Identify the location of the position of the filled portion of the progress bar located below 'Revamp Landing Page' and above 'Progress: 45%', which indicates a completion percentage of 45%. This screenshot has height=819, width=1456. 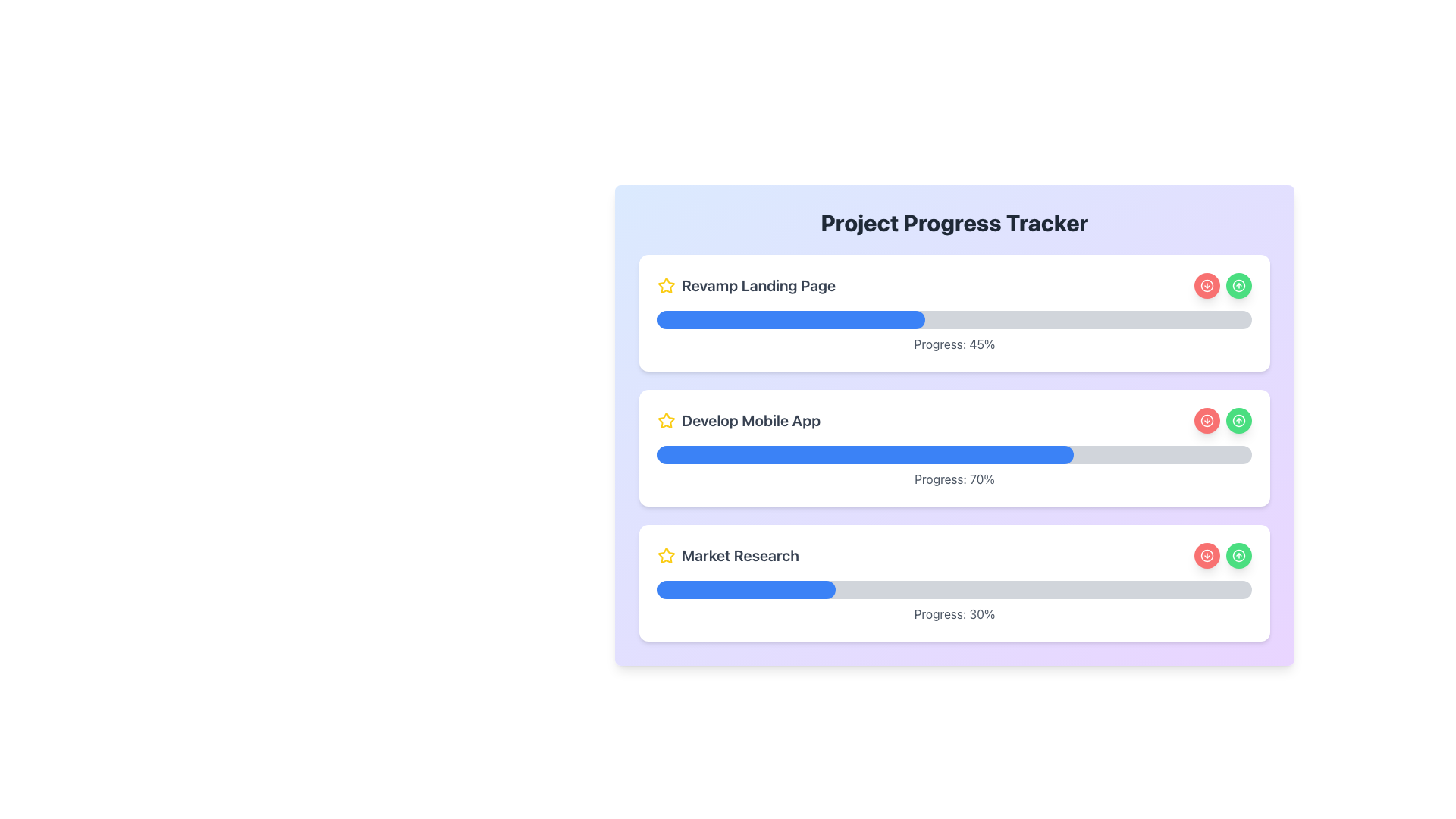
(953, 318).